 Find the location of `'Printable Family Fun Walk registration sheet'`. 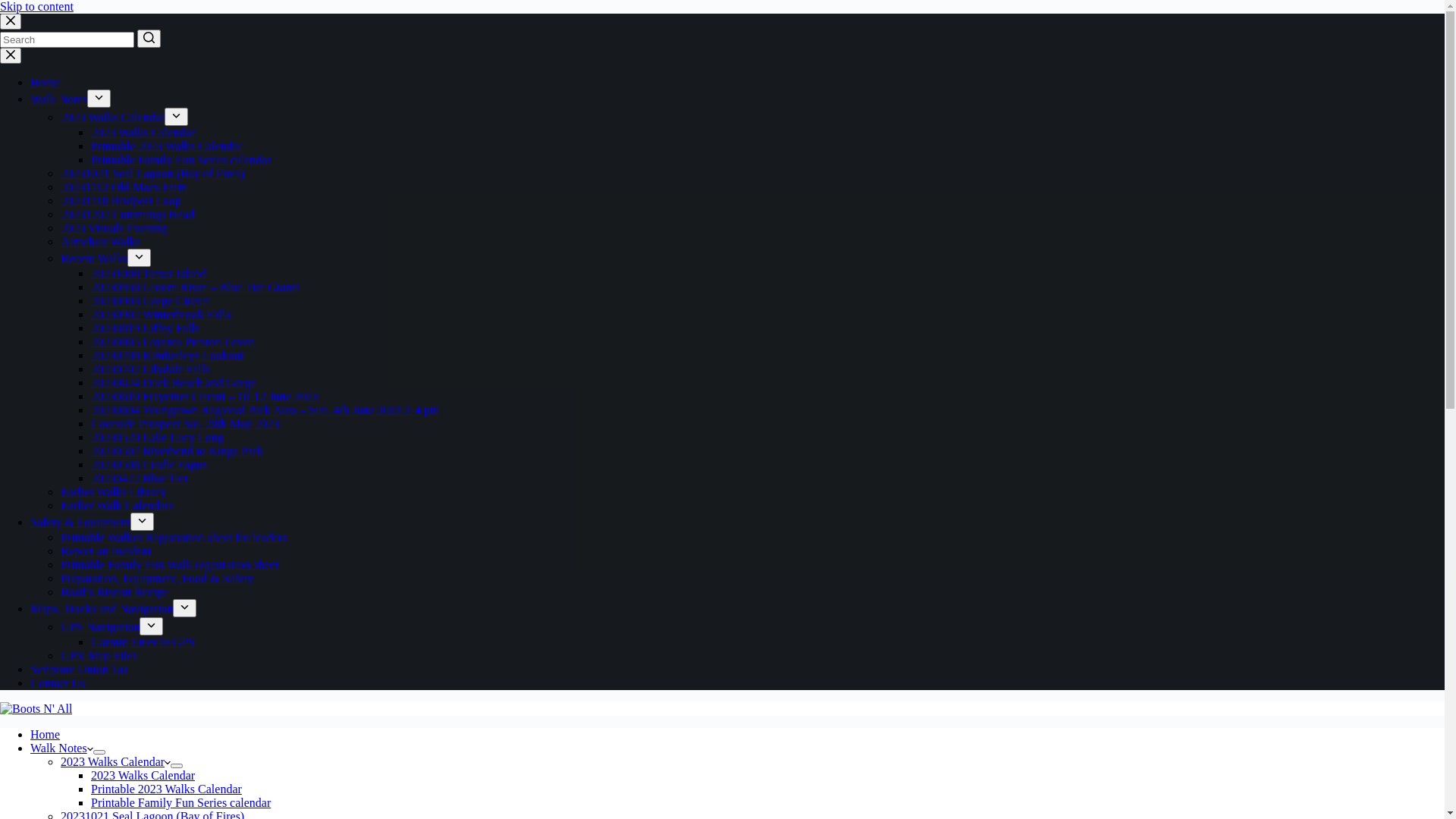

'Printable Family Fun Walk registration sheet' is located at coordinates (61, 564).